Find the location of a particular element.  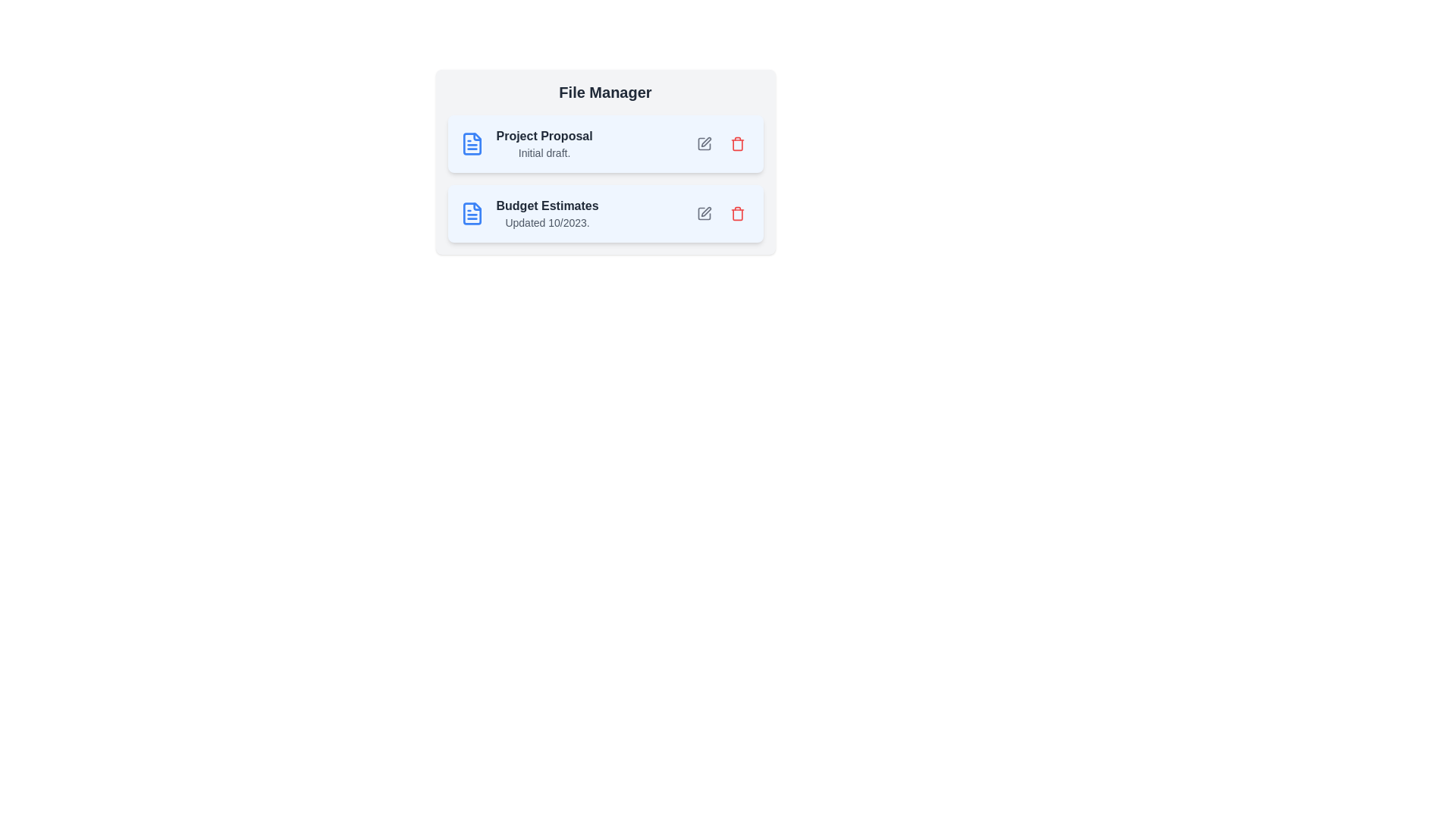

the file item labeled 'Project Proposal' is located at coordinates (604, 143).